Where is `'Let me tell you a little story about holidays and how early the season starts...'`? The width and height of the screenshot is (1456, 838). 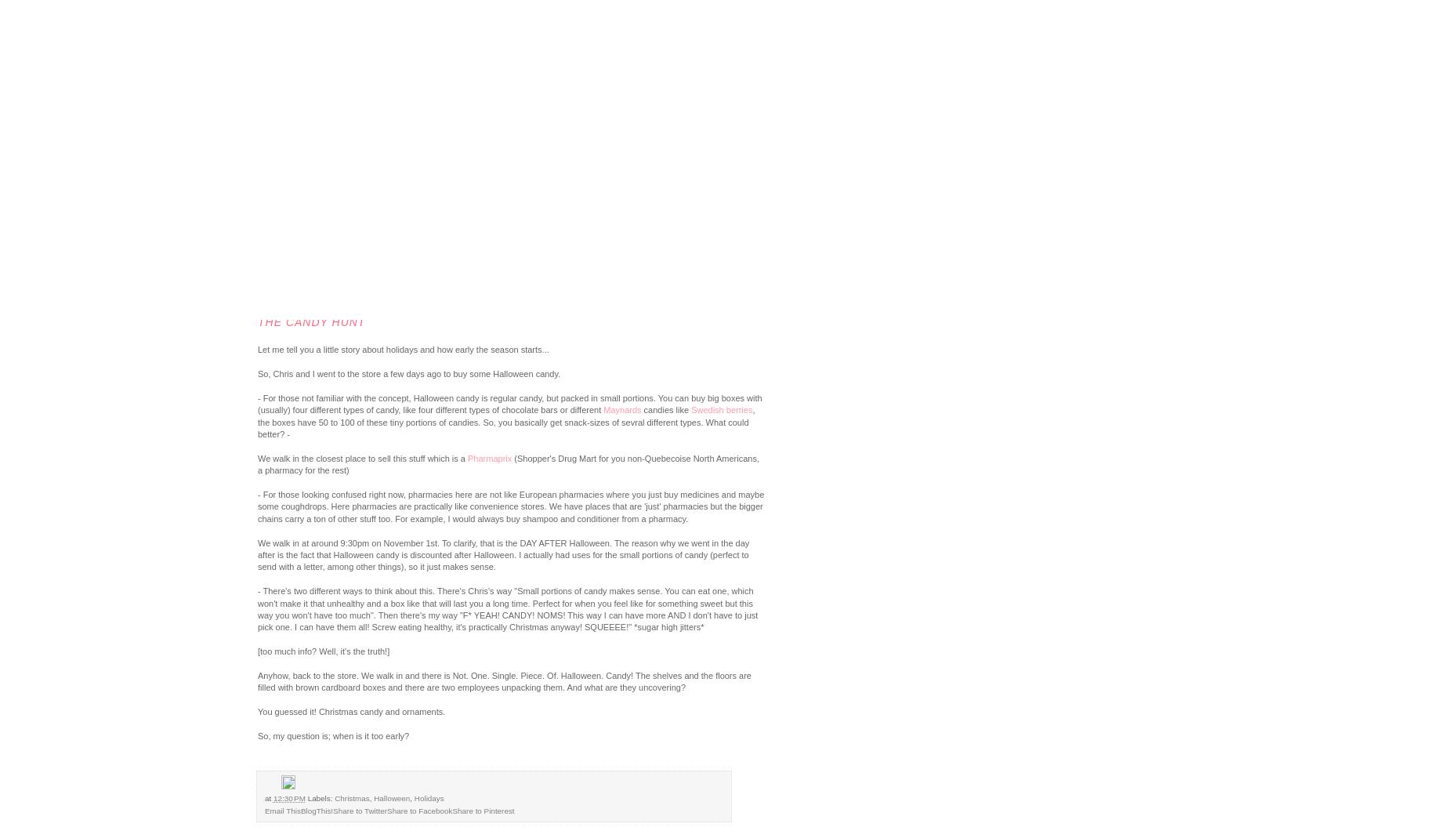 'Let me tell you a little story about holidays and how early the season starts...' is located at coordinates (403, 348).